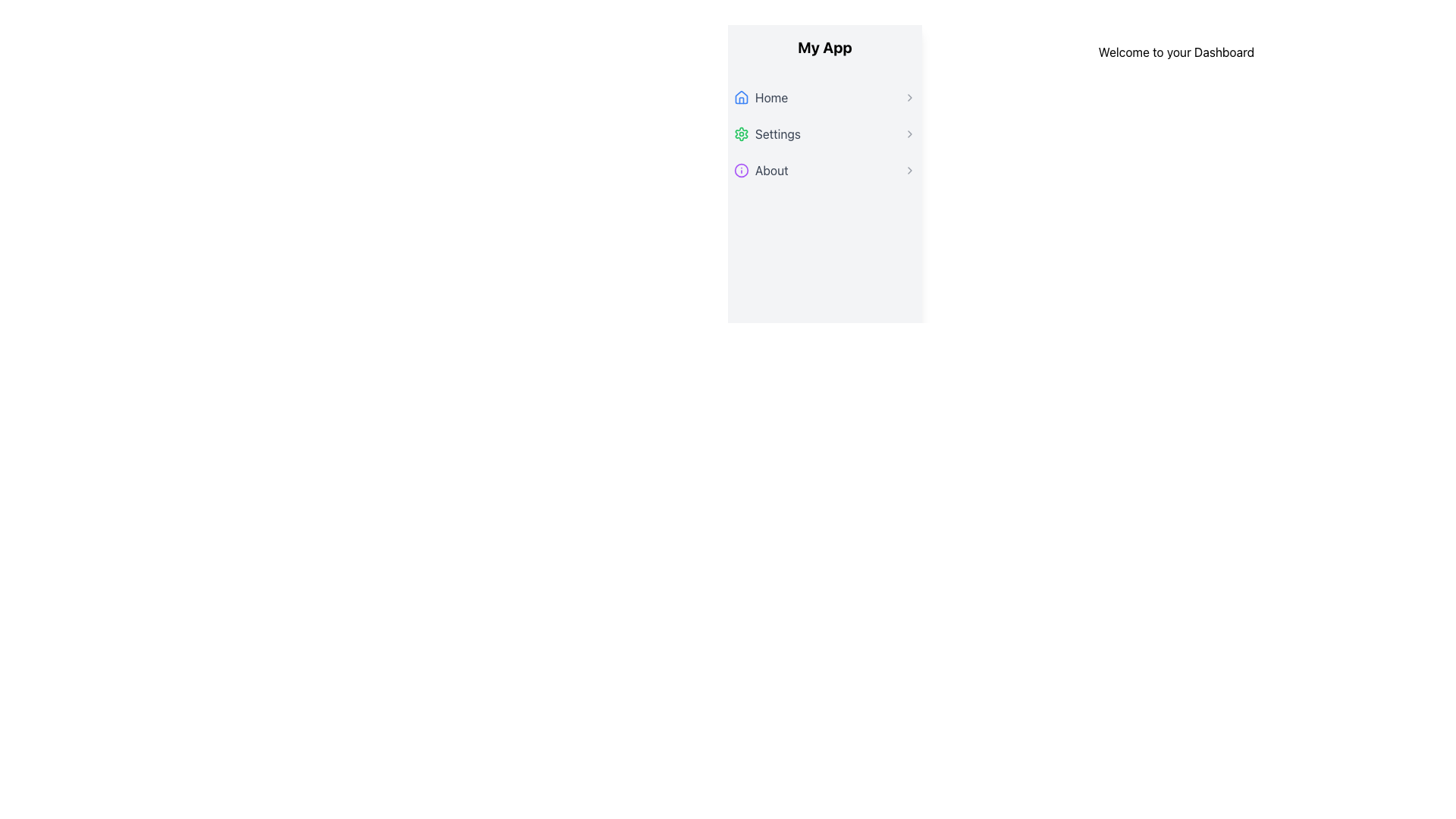 This screenshot has width=1456, height=819. Describe the element at coordinates (742, 96) in the screenshot. I see `the 'Home' icon in the navigation menu, which is the first item and visually represents the homepage access` at that location.